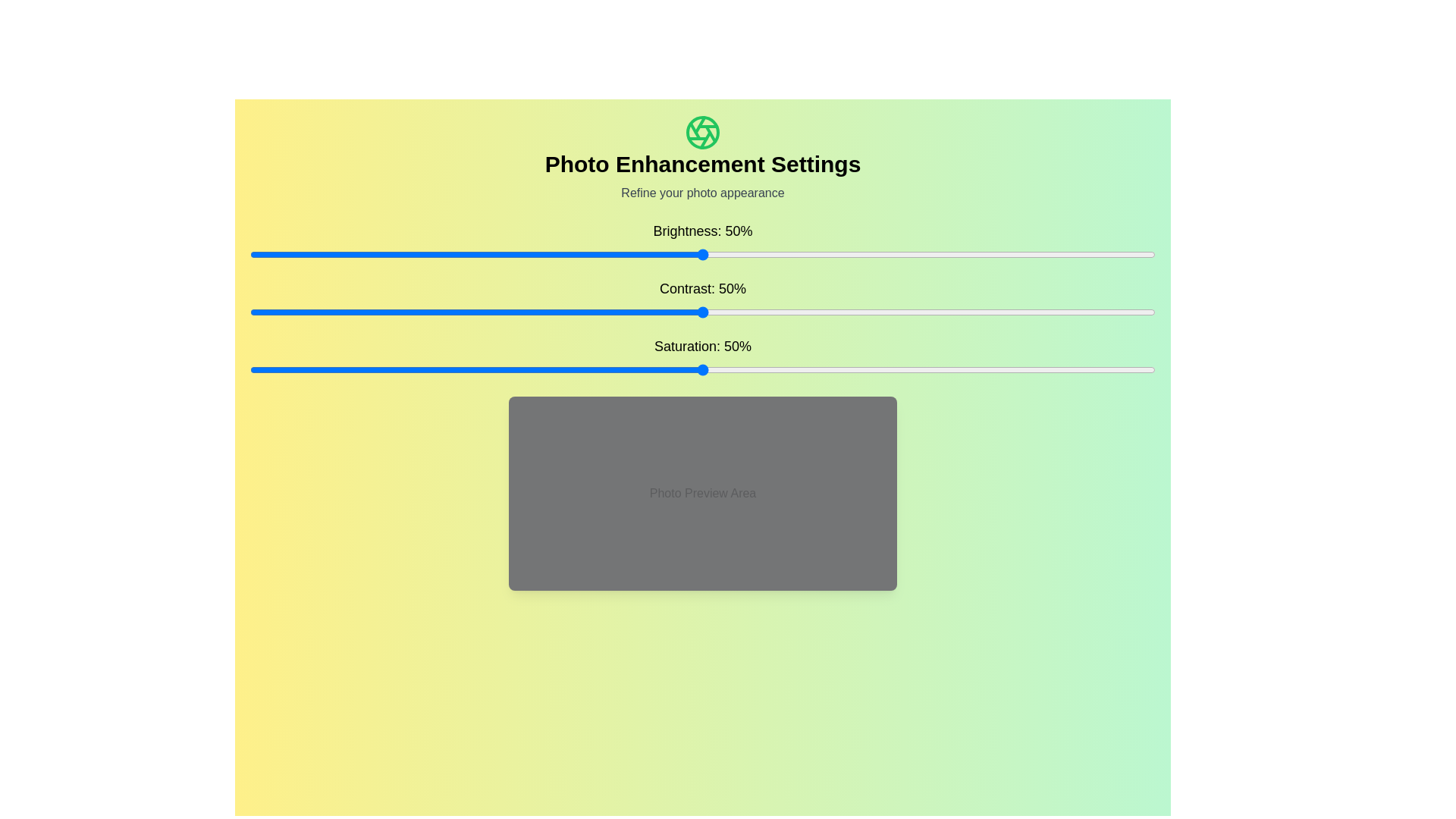 Image resolution: width=1456 pixels, height=819 pixels. I want to click on the saturation slider to 85%, so click(1019, 370).